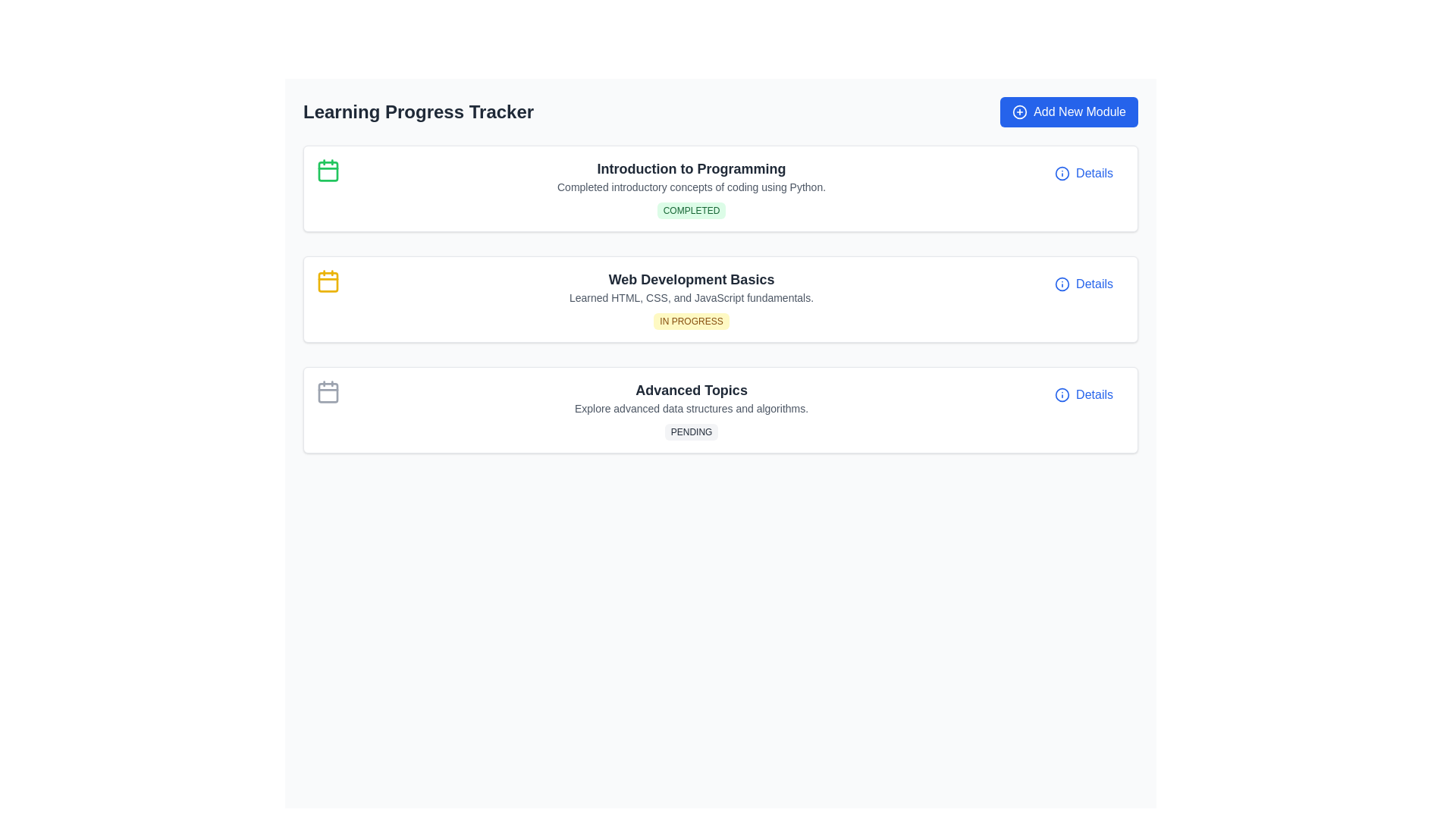  What do you see at coordinates (1020, 111) in the screenshot?
I see `the SVG circle element that is part of the 'Add New Module' button's iconography, located near the upper-right corner of the interface` at bounding box center [1020, 111].